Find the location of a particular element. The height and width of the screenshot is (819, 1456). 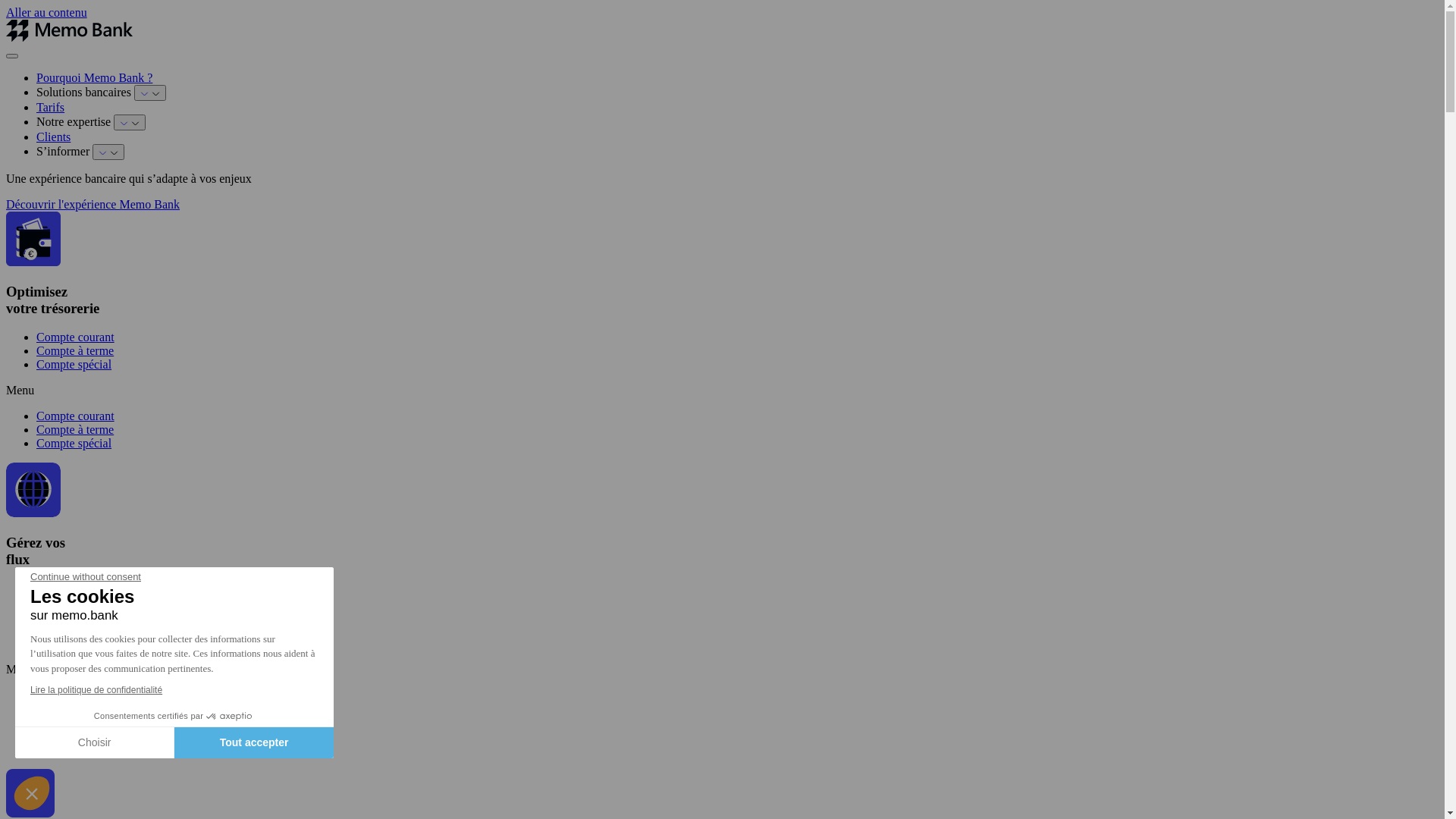

'Continuer sans accepter' is located at coordinates (32, 792).